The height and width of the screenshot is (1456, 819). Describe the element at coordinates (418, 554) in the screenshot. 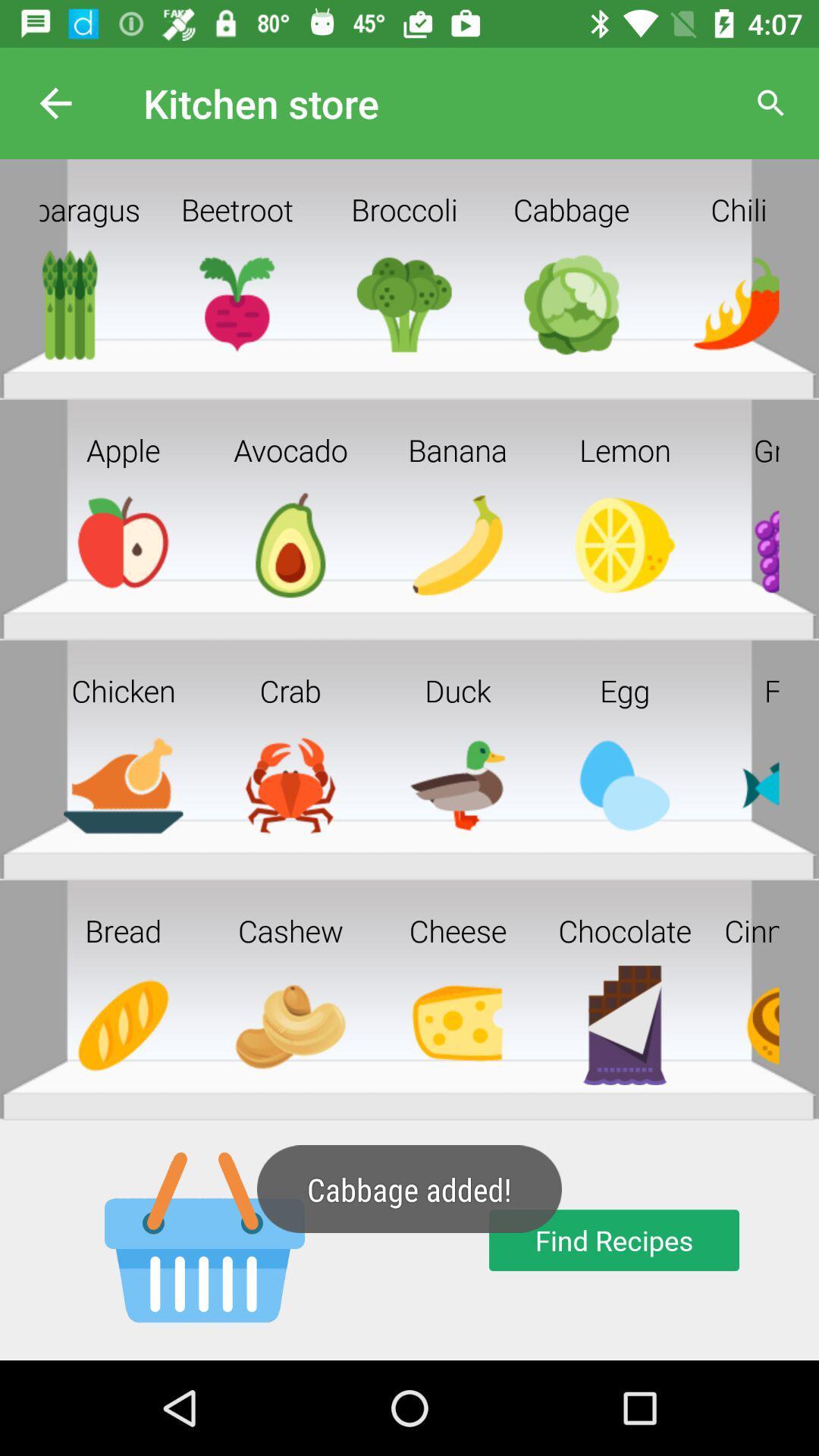

I see `the image below banana in the second row` at that location.